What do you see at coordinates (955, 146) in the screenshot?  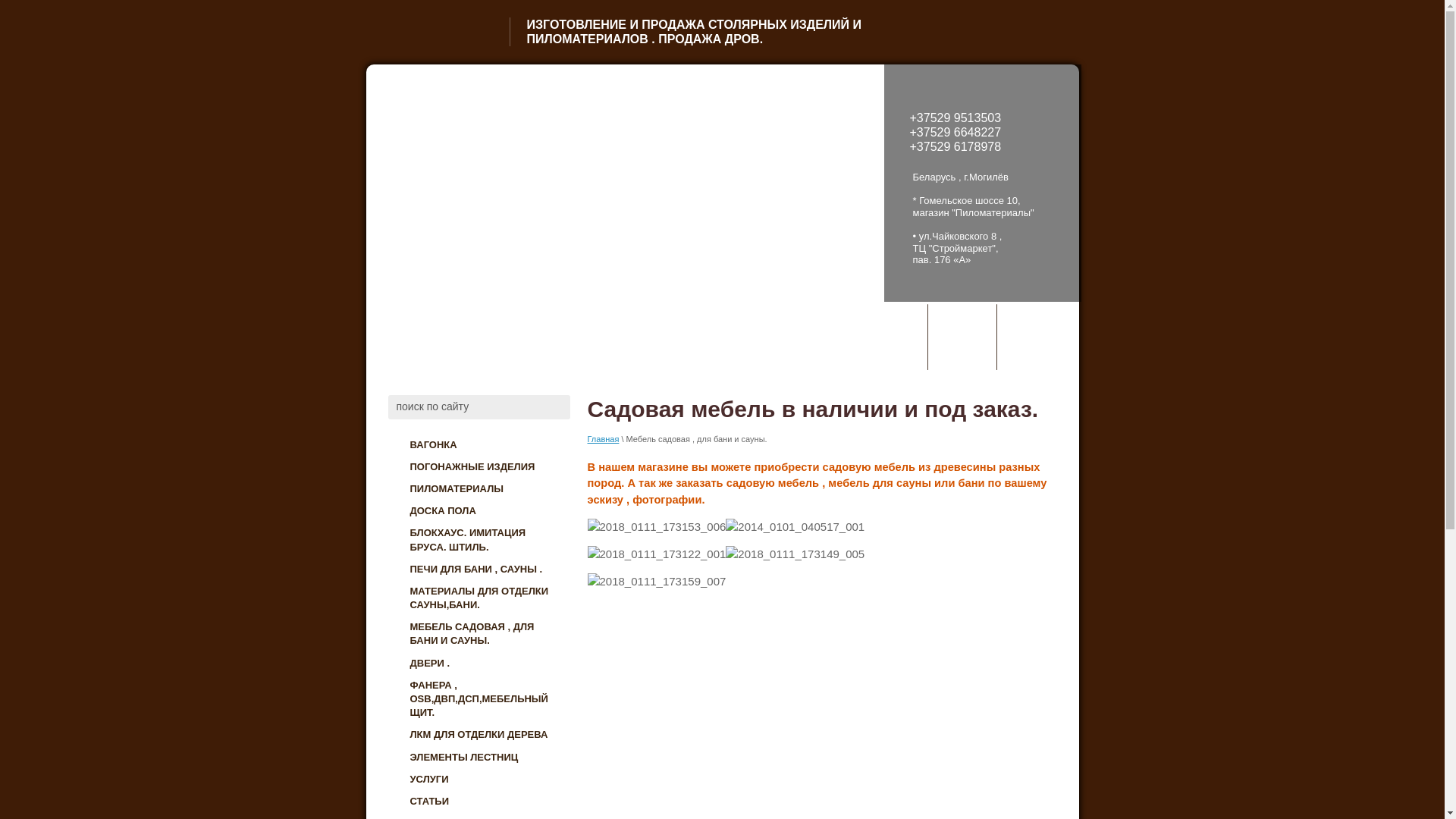 I see `'+37529 6178978'` at bounding box center [955, 146].